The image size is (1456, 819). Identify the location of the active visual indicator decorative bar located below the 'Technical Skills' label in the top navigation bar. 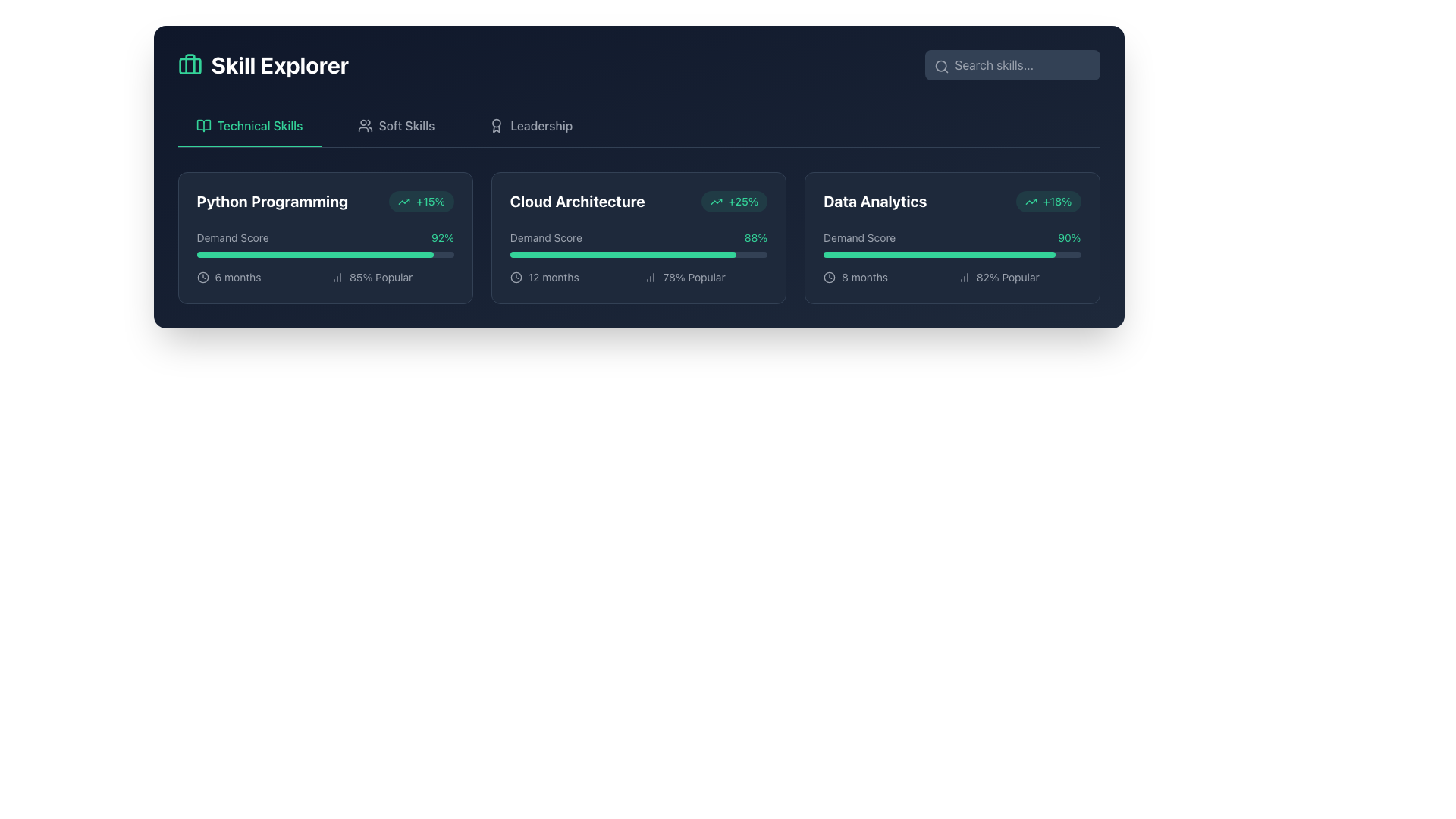
(249, 146).